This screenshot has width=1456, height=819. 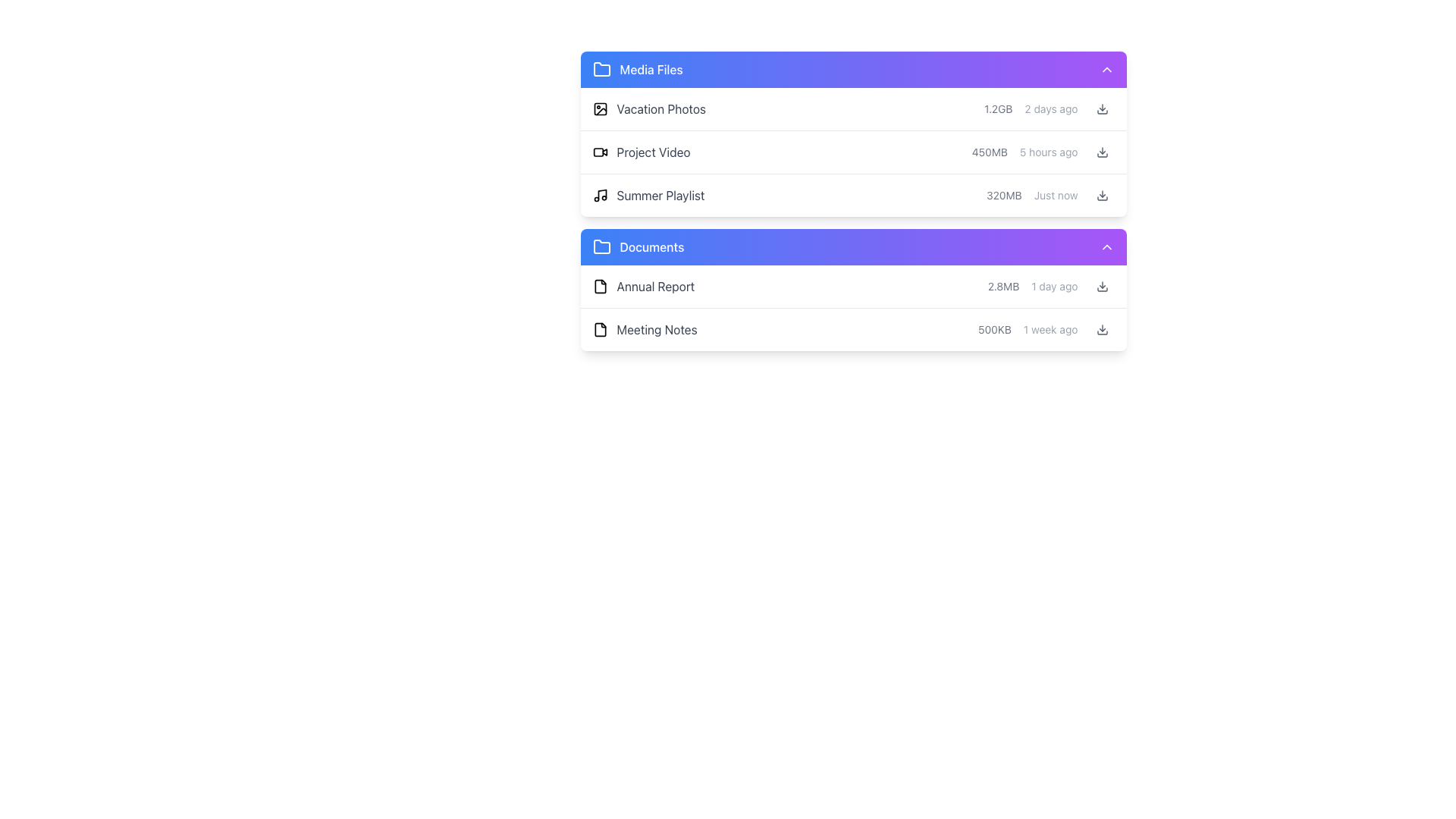 I want to click on on the second file entry in the 'Documents' section labeled 'Meeting Notes', so click(x=853, y=329).